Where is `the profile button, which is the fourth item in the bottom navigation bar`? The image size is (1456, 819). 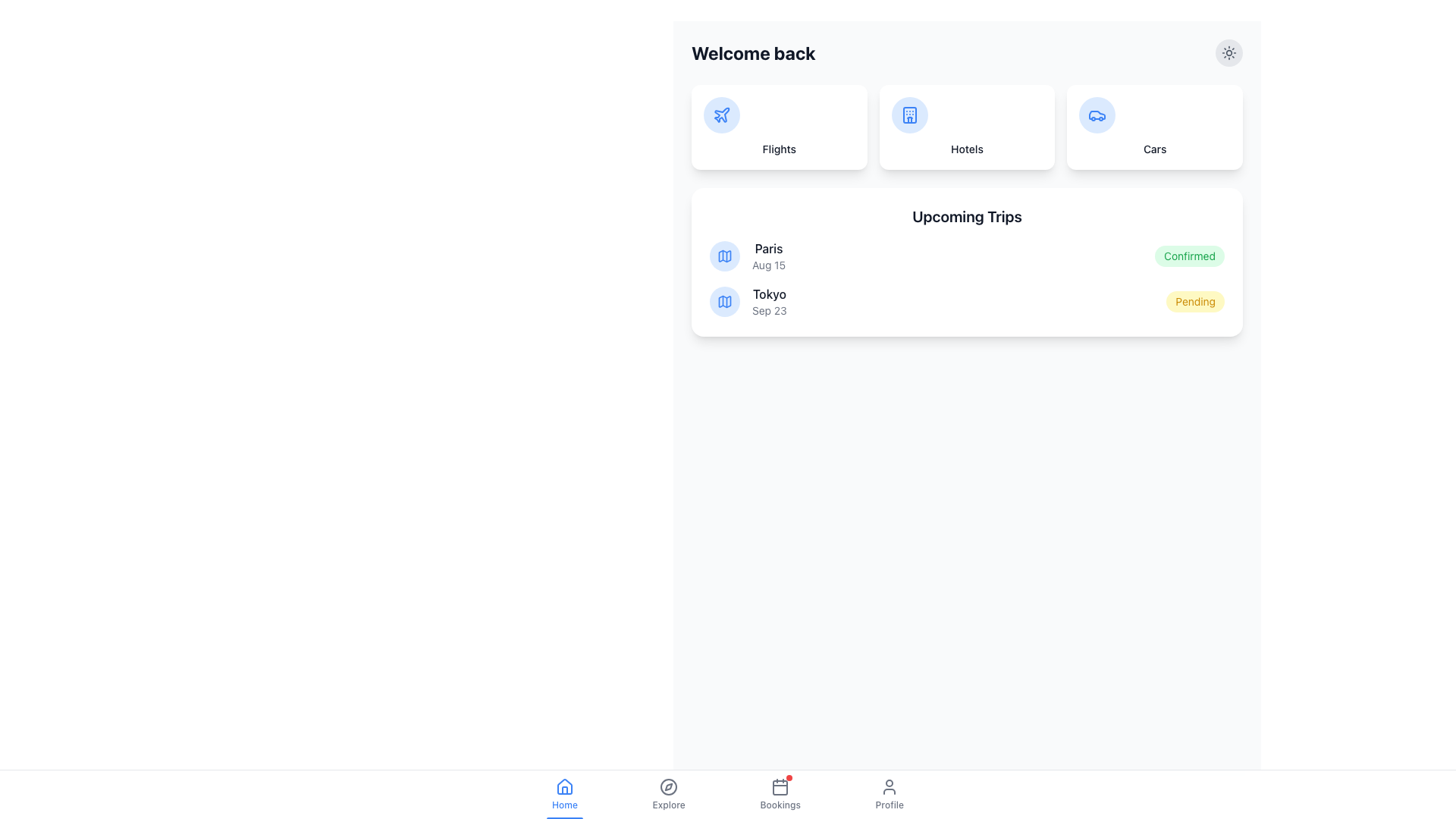 the profile button, which is the fourth item in the bottom navigation bar is located at coordinates (890, 794).